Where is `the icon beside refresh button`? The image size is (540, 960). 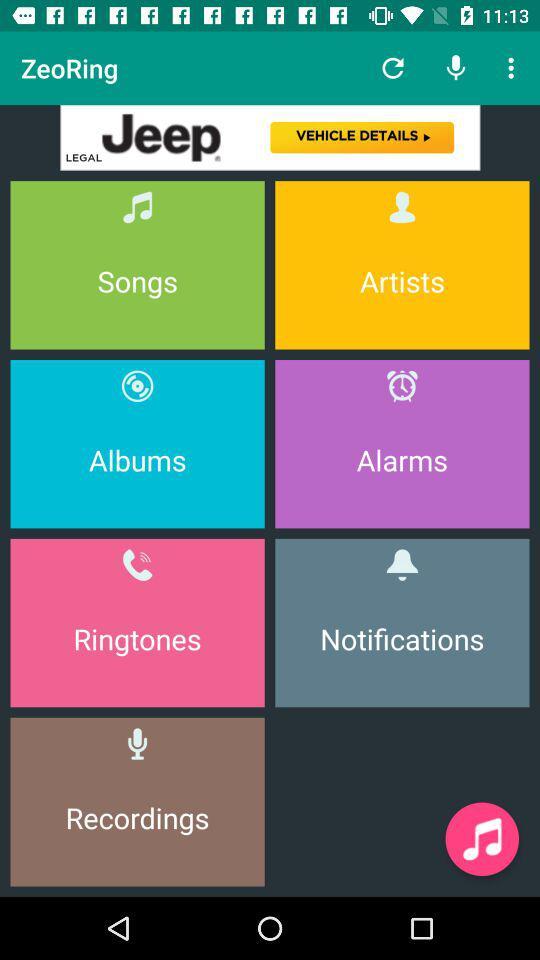
the icon beside refresh button is located at coordinates (456, 68).